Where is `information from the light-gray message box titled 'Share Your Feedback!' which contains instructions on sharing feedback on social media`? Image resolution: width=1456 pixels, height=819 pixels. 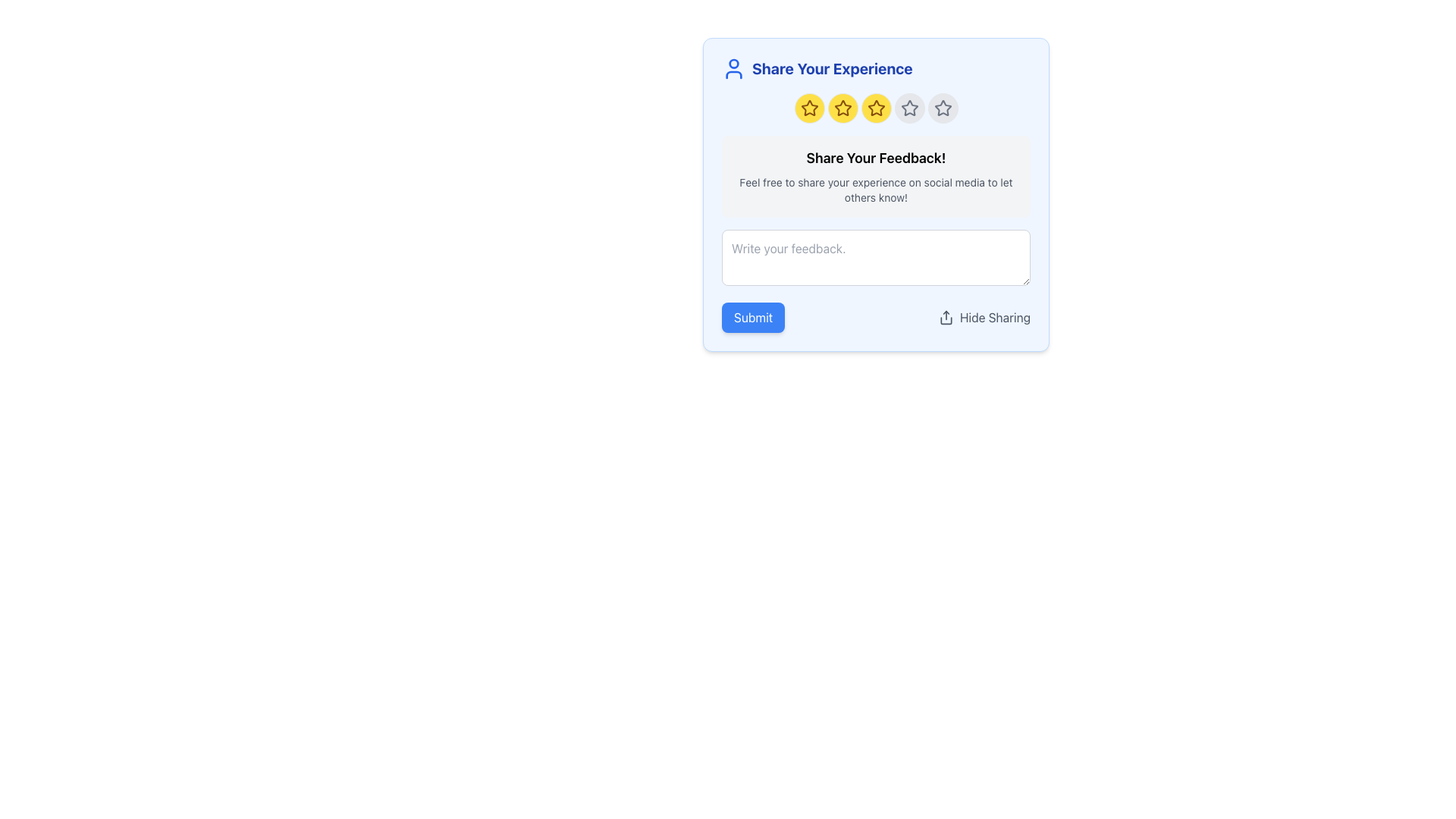
information from the light-gray message box titled 'Share Your Feedback!' which contains instructions on sharing feedback on social media is located at coordinates (876, 175).